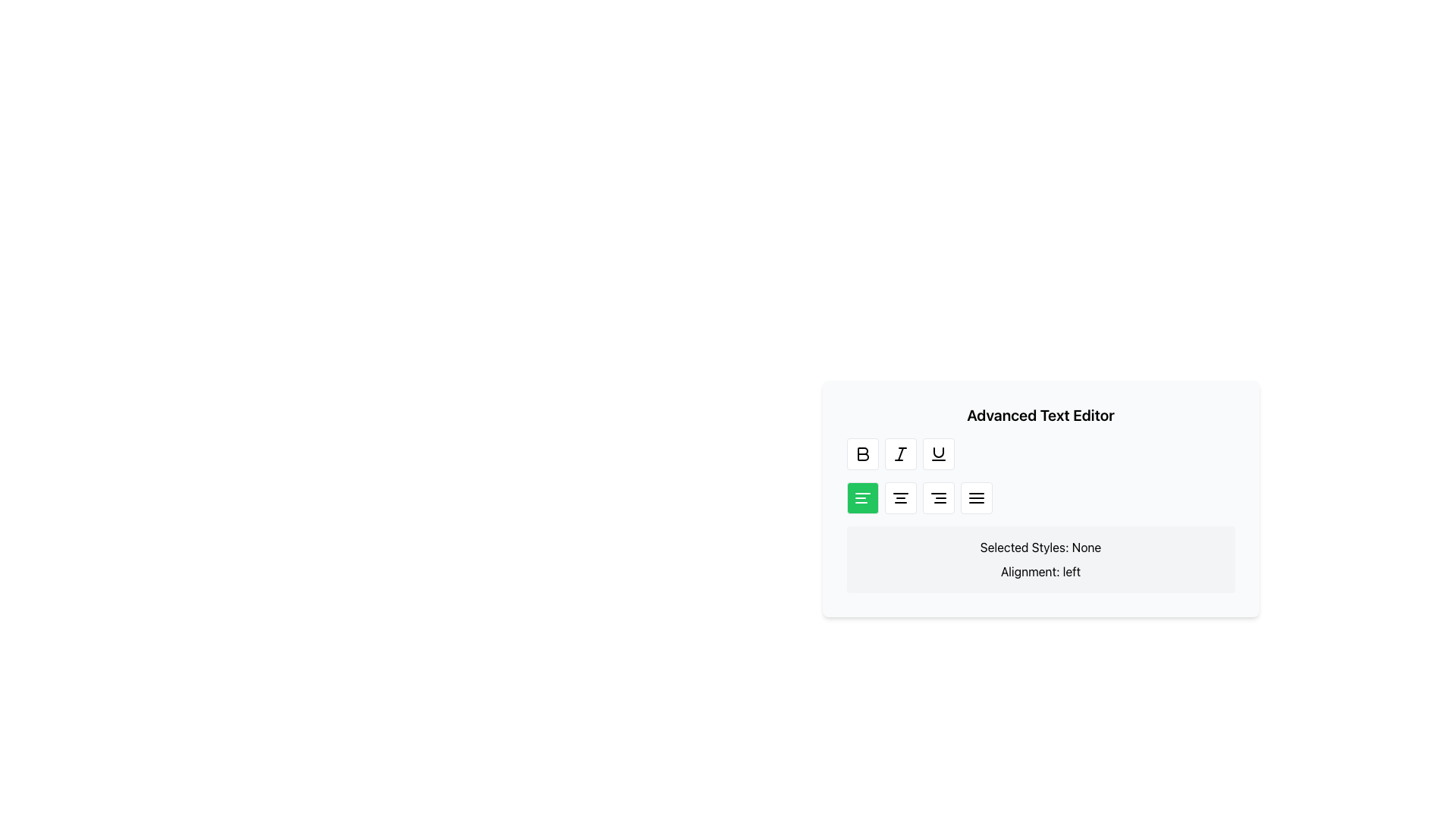  What do you see at coordinates (1040, 559) in the screenshot?
I see `the informational text box displaying 'Selected Styles: None' and 'Alignment: left', located at the bottom of the 'Advanced Text Editor'` at bounding box center [1040, 559].